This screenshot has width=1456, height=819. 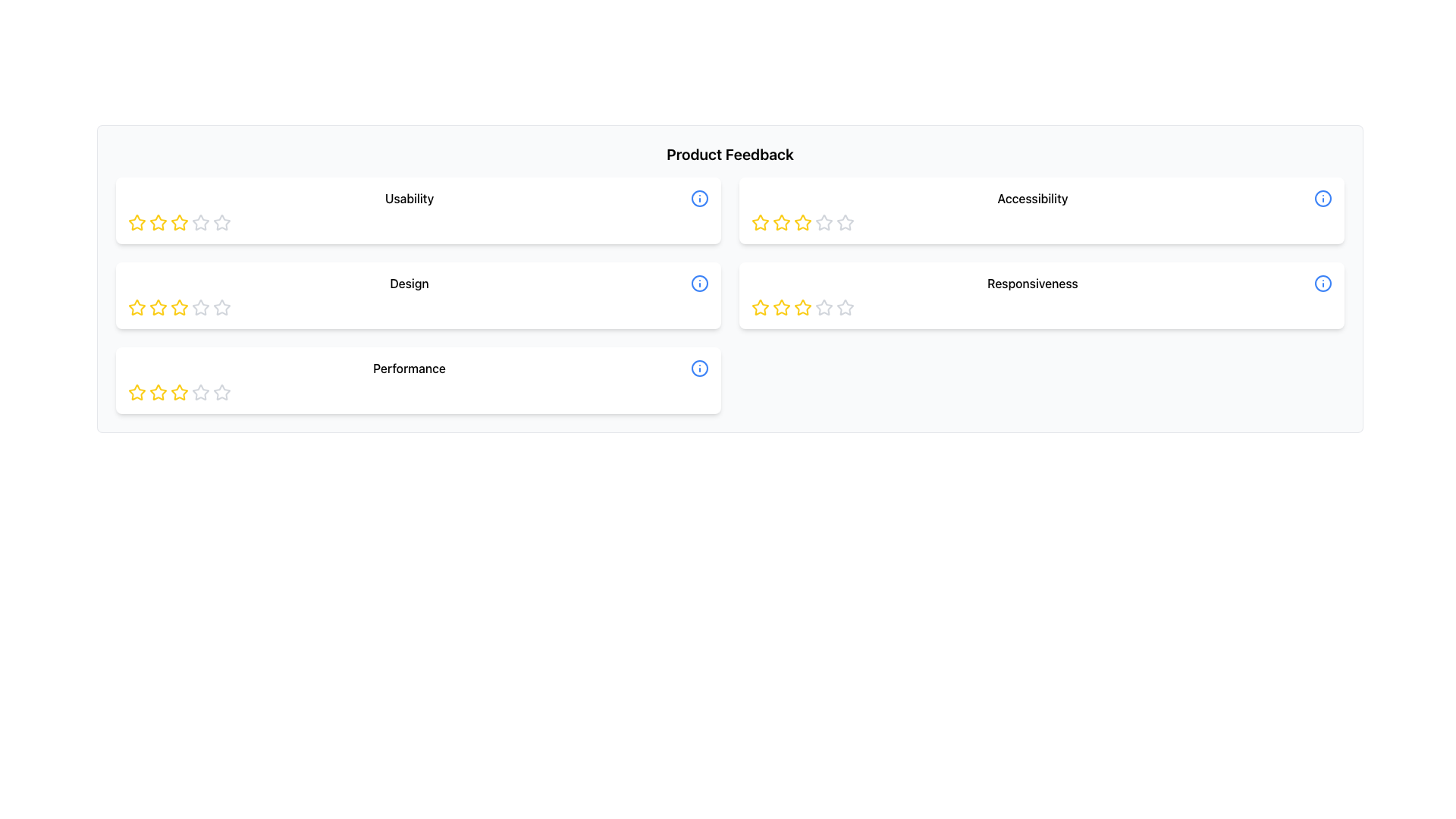 What do you see at coordinates (137, 222) in the screenshot?
I see `the first star icon in the Usability rating row to set or view the rating` at bounding box center [137, 222].